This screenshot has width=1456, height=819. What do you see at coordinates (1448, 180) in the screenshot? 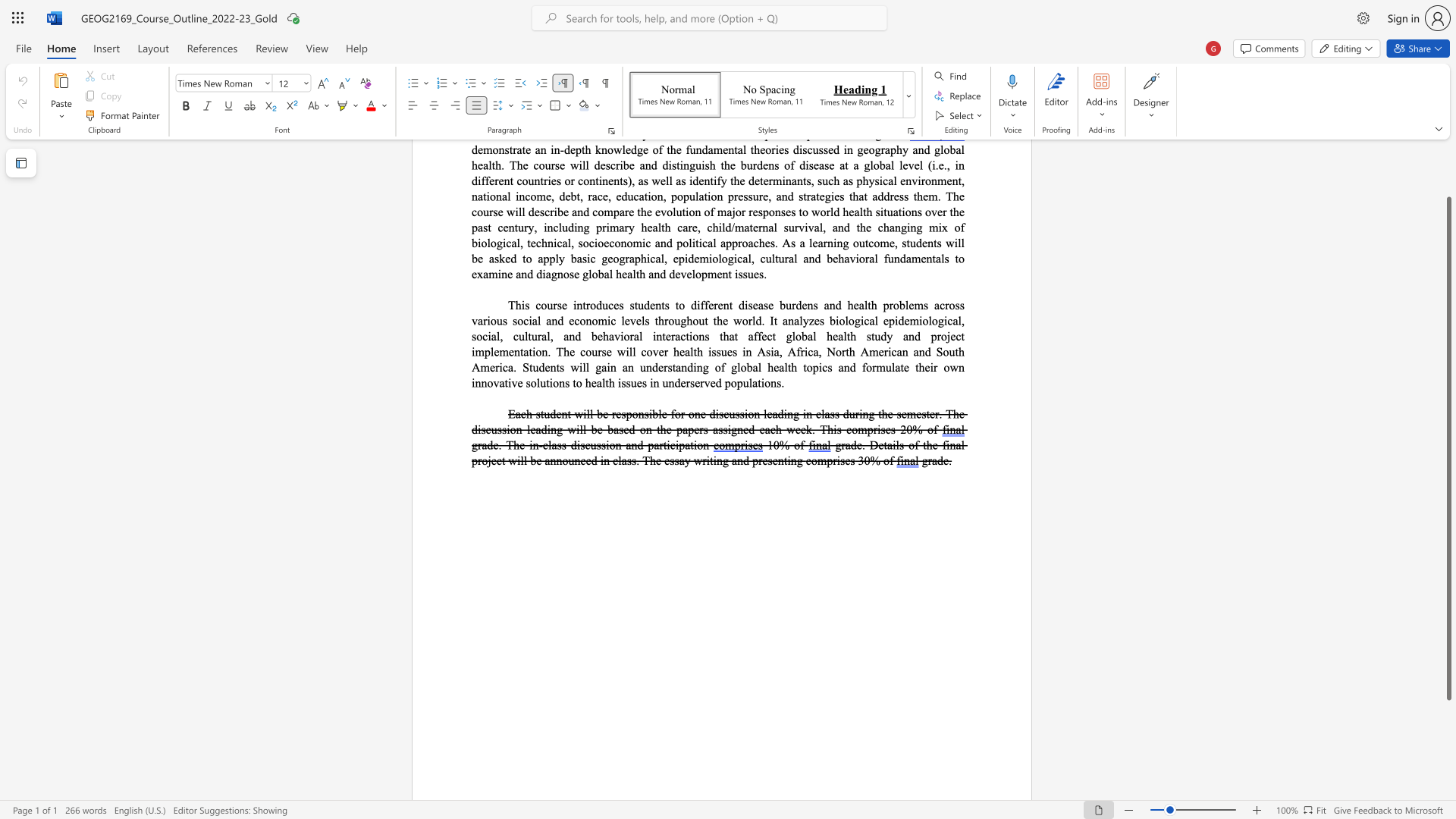
I see `the scrollbar on the side` at bounding box center [1448, 180].